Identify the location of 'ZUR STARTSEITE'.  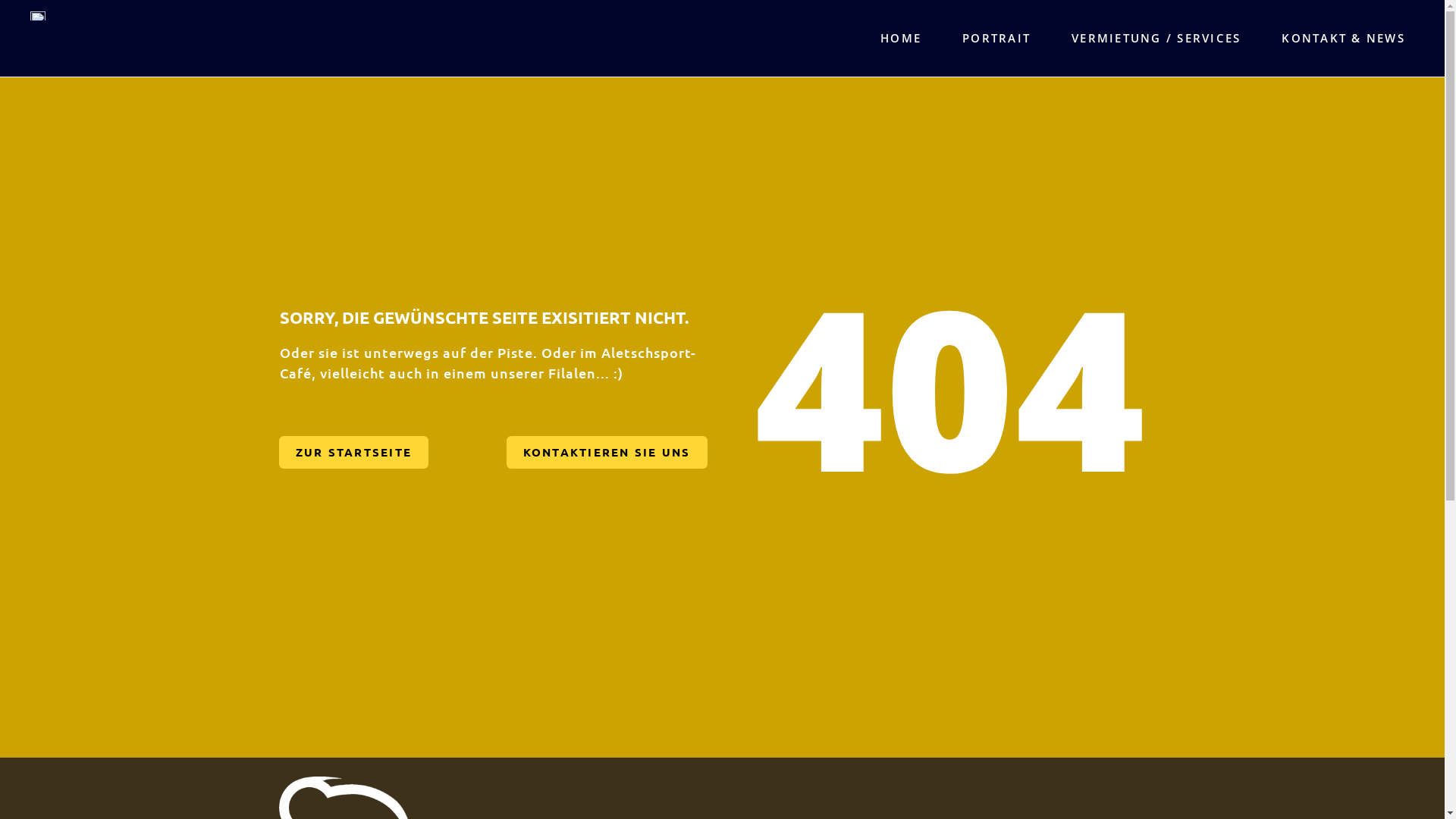
(353, 451).